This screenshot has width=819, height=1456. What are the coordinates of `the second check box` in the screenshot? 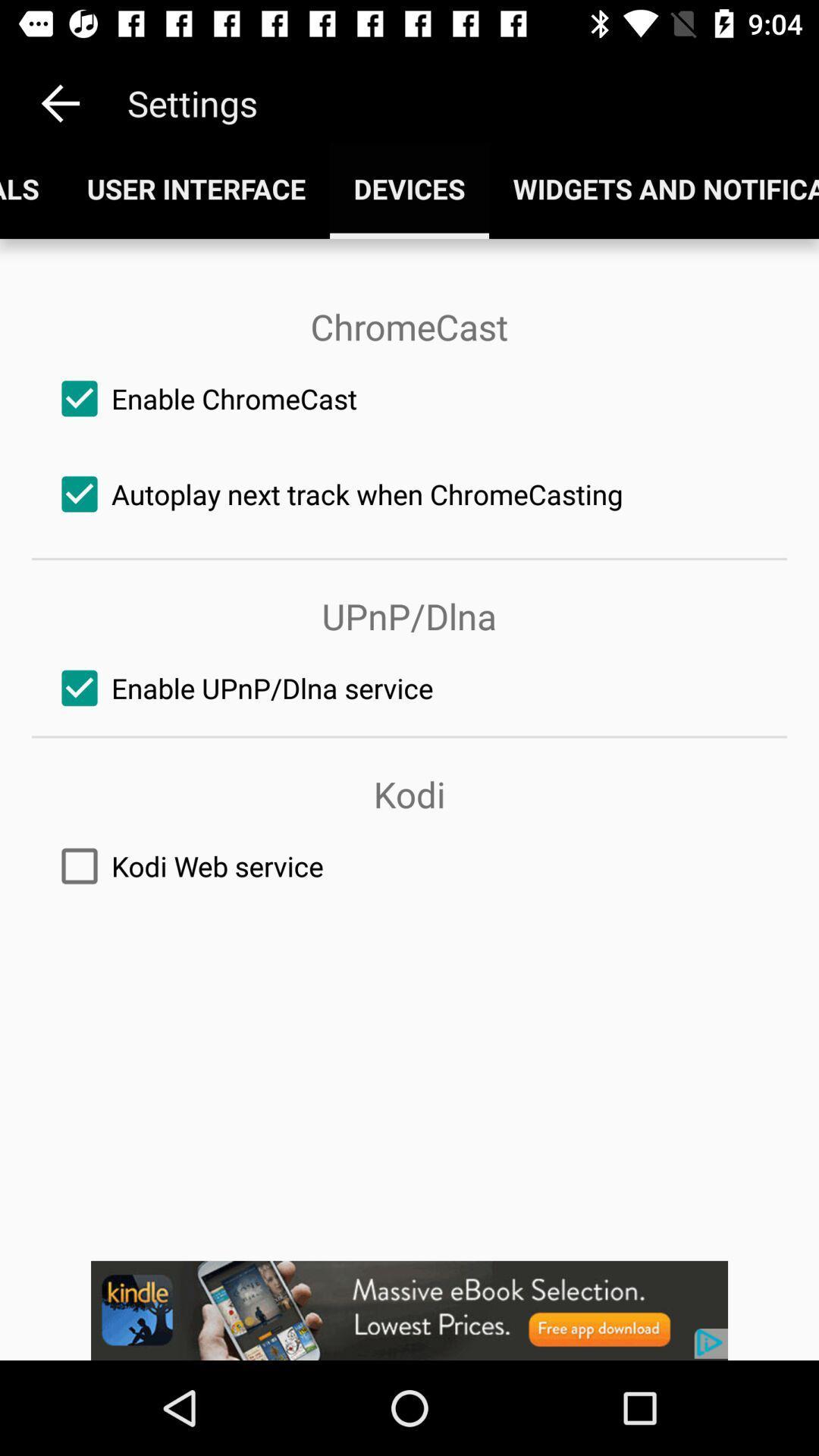 It's located at (409, 494).